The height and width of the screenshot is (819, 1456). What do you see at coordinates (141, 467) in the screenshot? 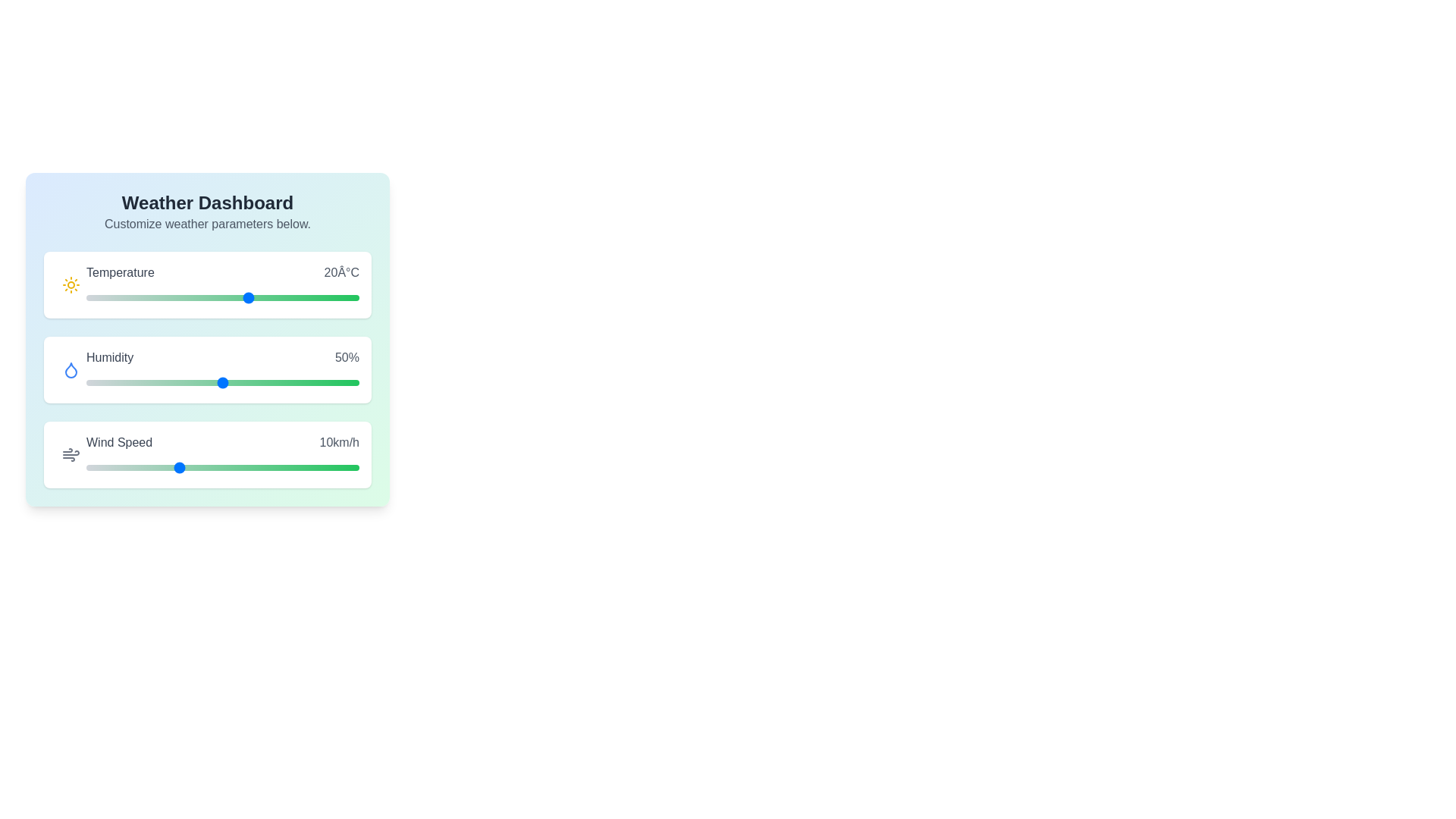
I see `the wind speed slider to 6 km/h` at bounding box center [141, 467].